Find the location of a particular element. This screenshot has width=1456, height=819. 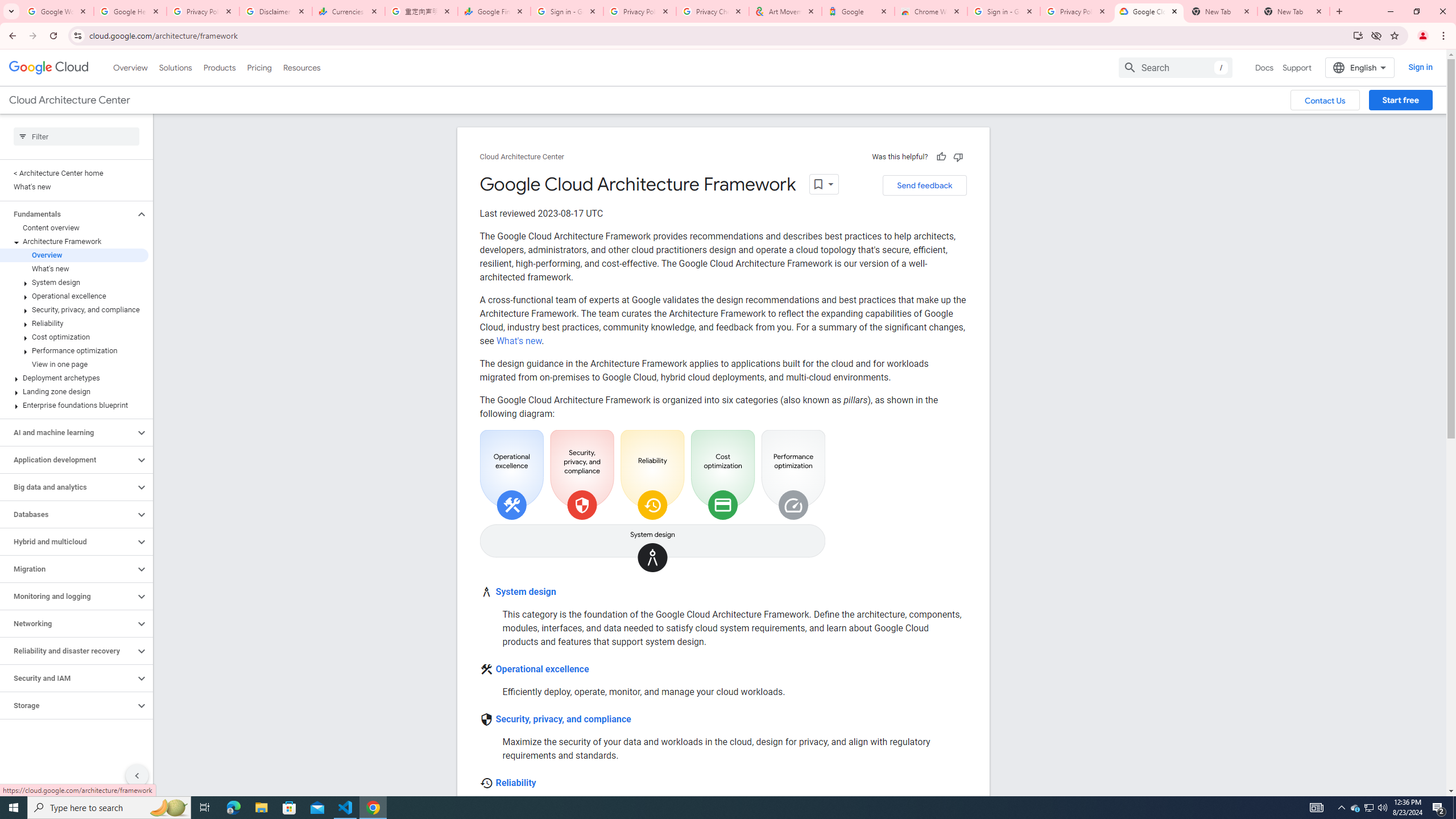

'Enterprise foundations blueprint' is located at coordinates (74, 405).